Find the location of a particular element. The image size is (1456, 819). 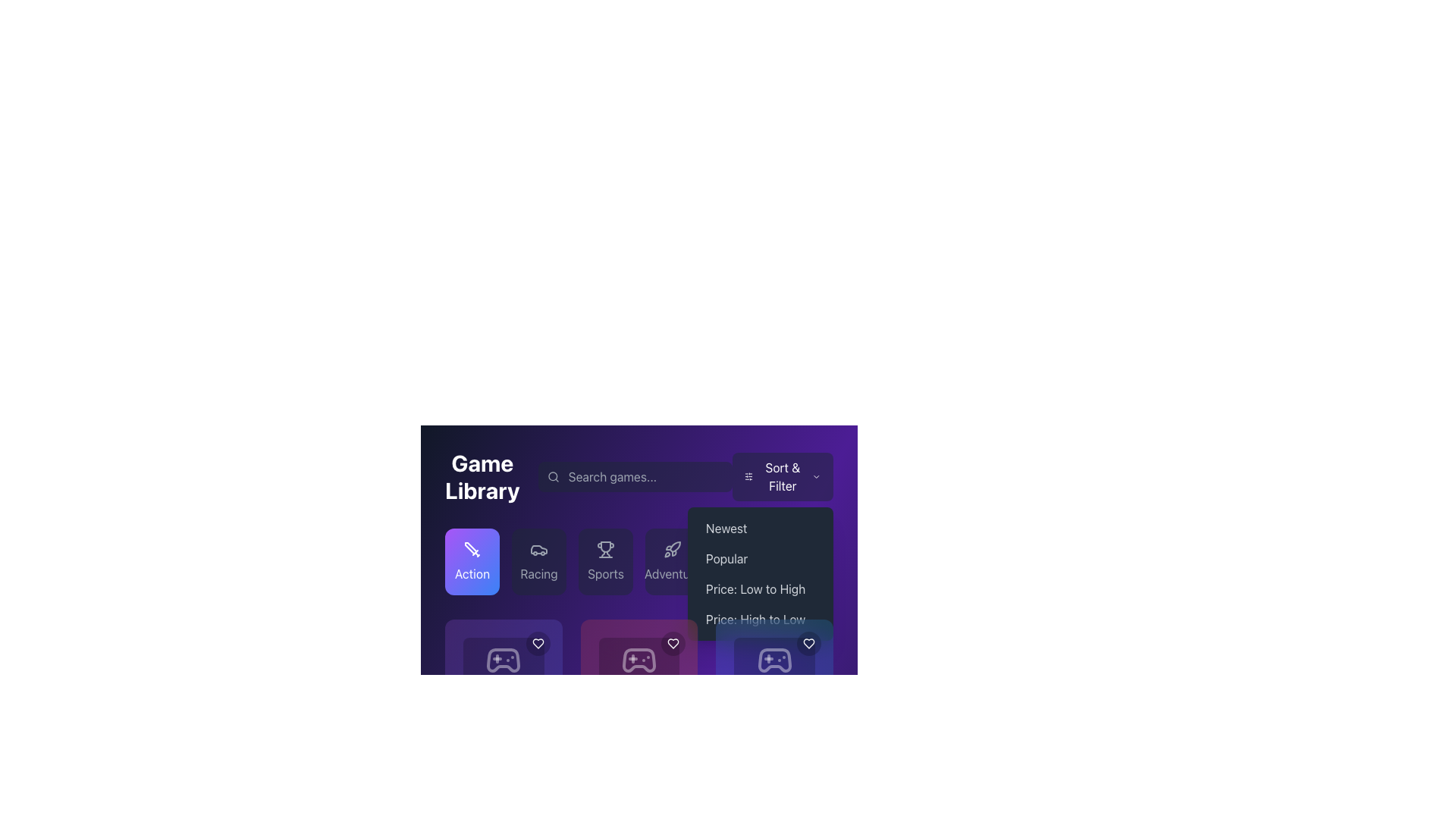

the favorite button icon located in the top-right corner of the game card in the second row under the 'Action' category to mark the game as a favorite is located at coordinates (538, 643).